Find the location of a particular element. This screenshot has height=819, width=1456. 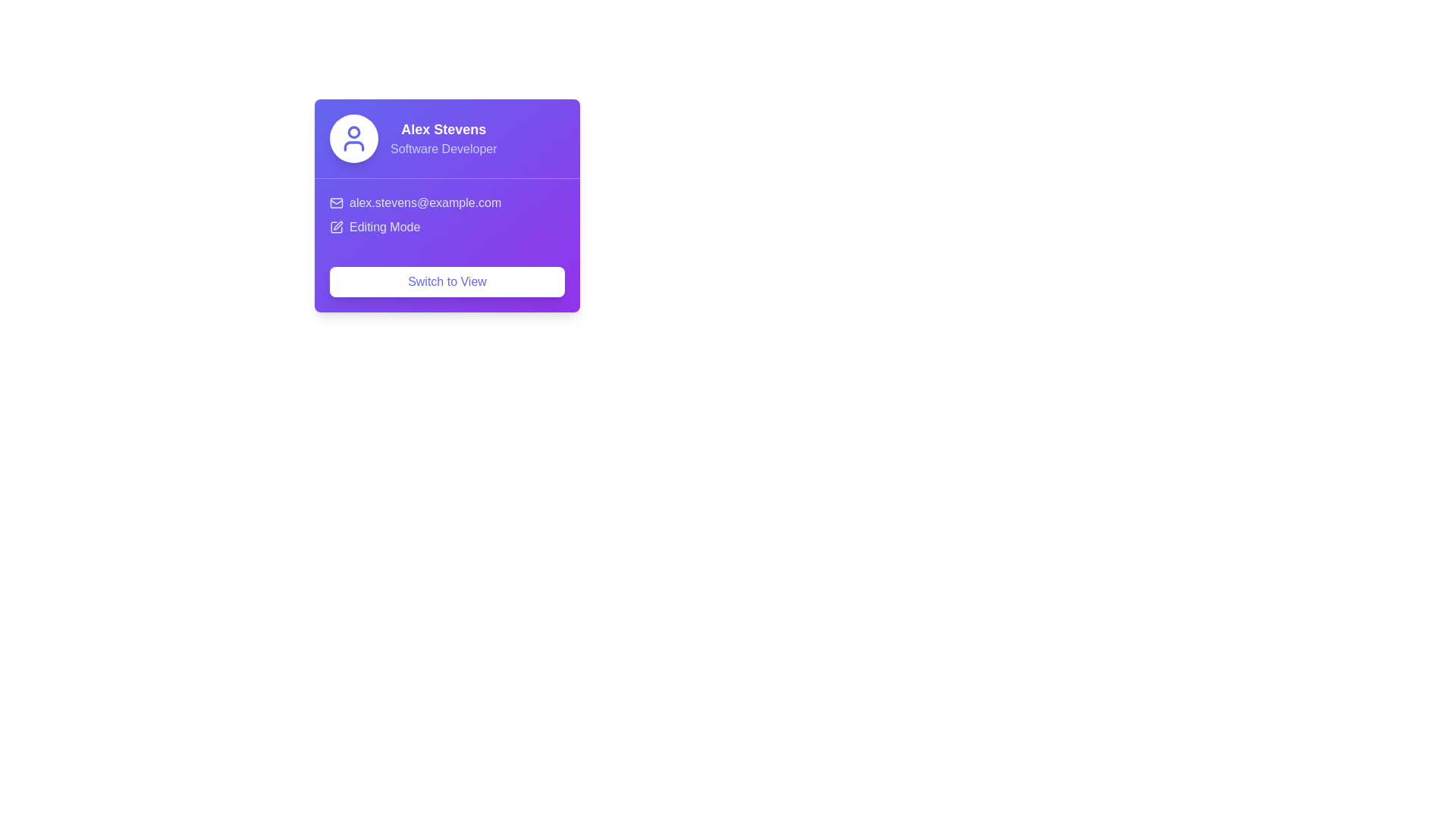

the name or role text in the Profile display section, which is positioned at the top part of a card-like layout is located at coordinates (447, 138).